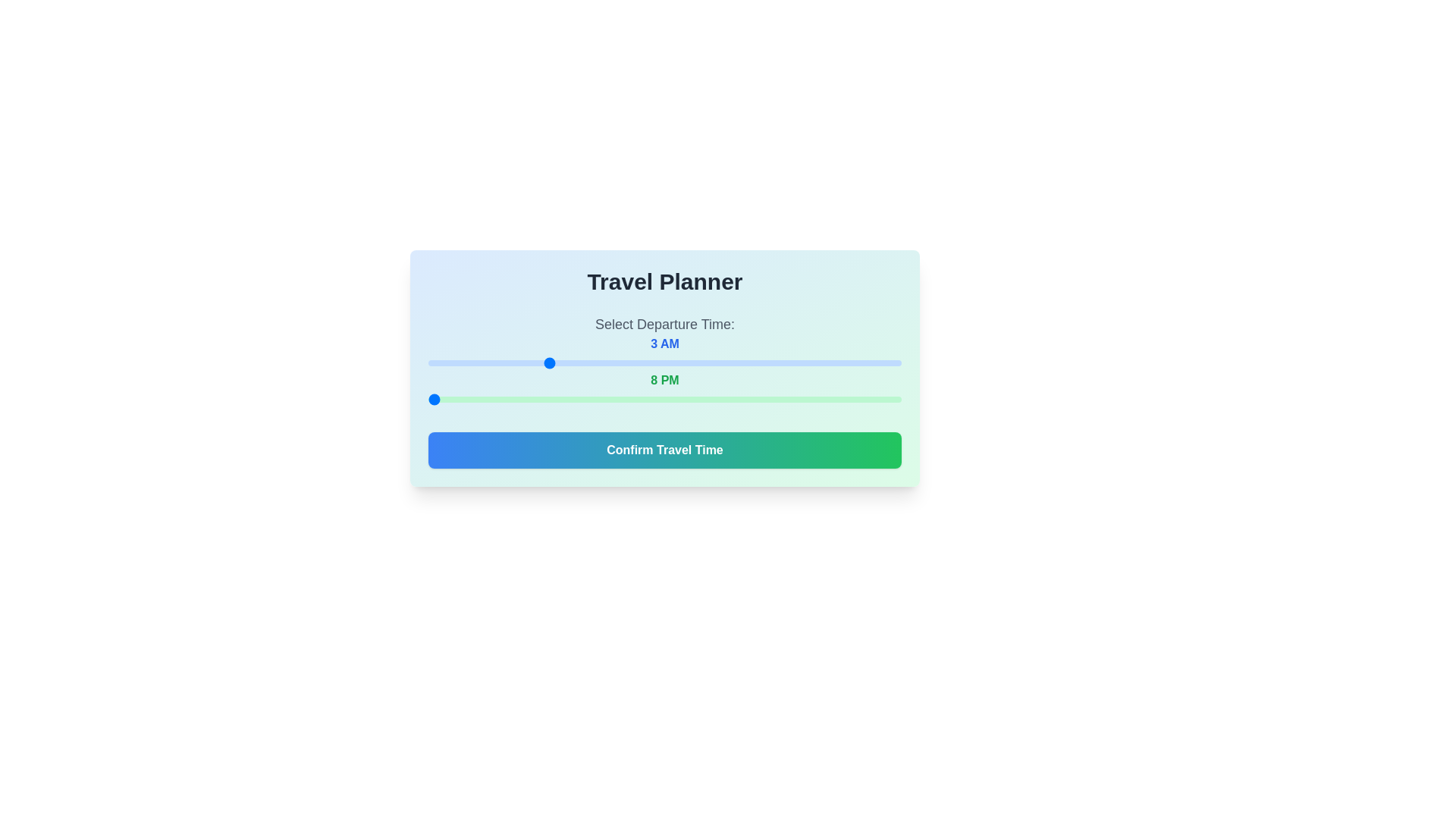  I want to click on departure time, so click(546, 362).